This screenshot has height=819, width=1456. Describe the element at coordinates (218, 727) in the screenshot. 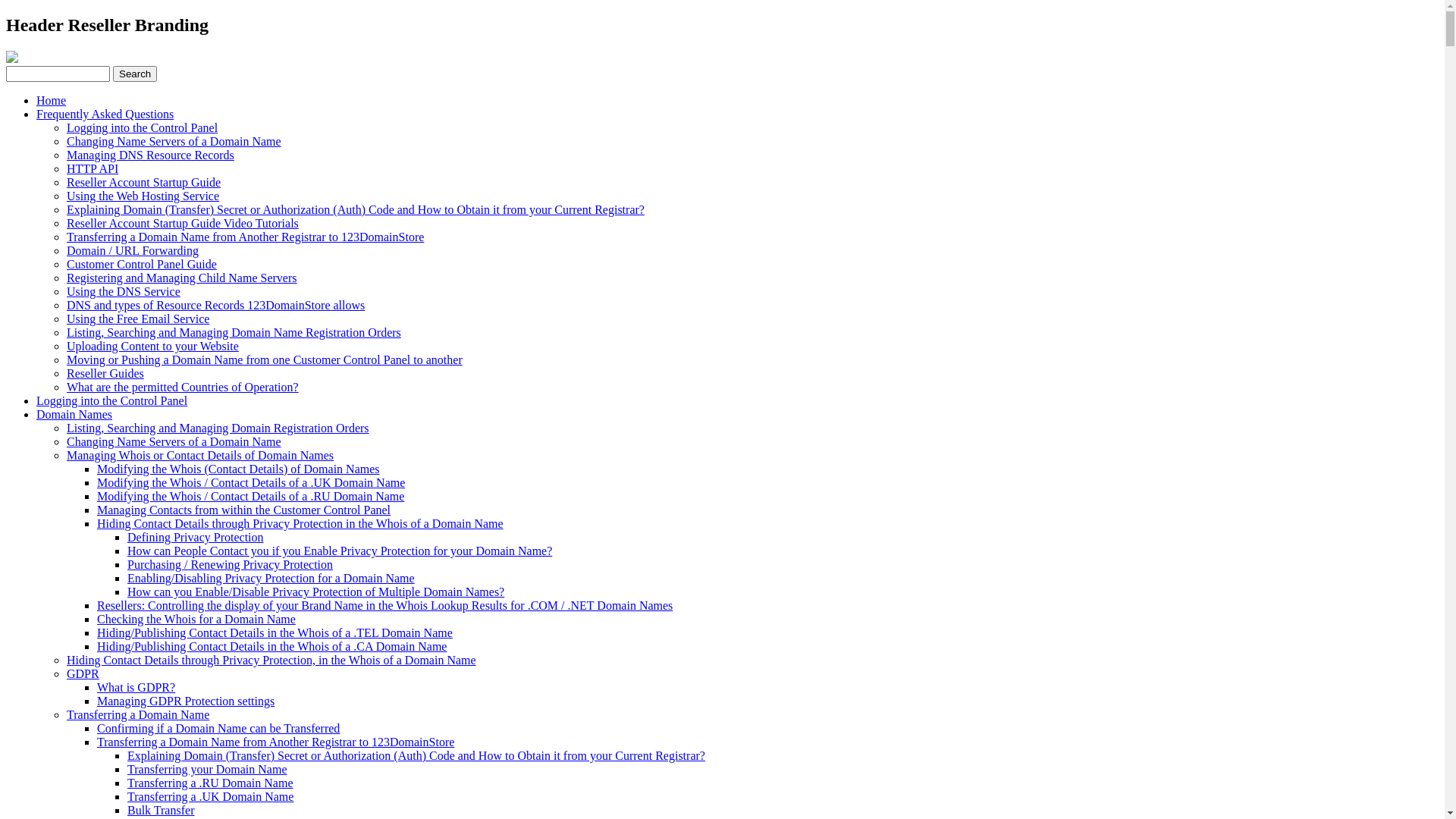

I see `'Confirming if a Domain Name can be Transferred'` at that location.